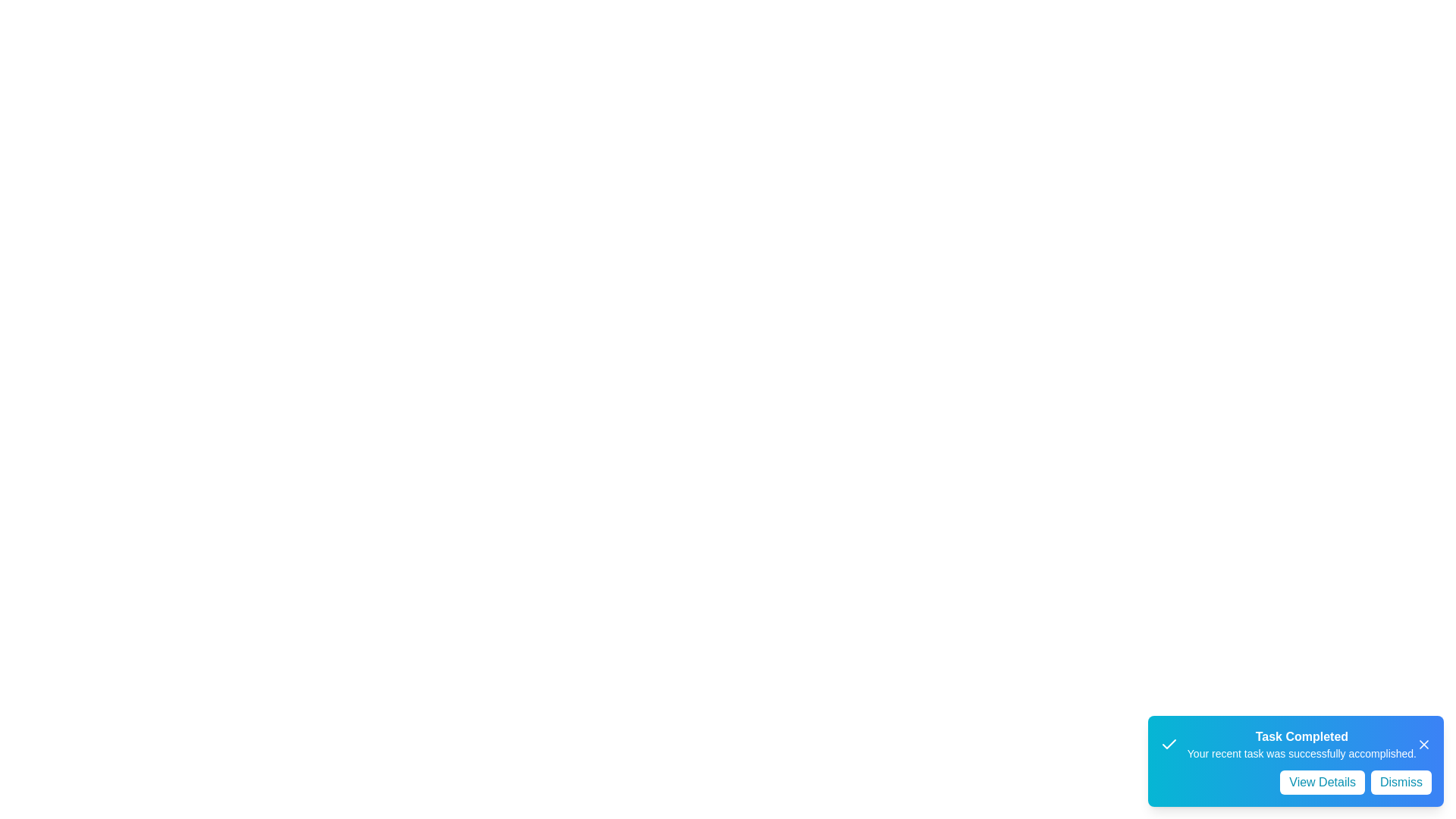  Describe the element at coordinates (1287, 744) in the screenshot. I see `the Notification Content element which displays a checkmark icon and the text 'Task Completed' with a description 'Your recent task was successfully accomplished.'` at that location.